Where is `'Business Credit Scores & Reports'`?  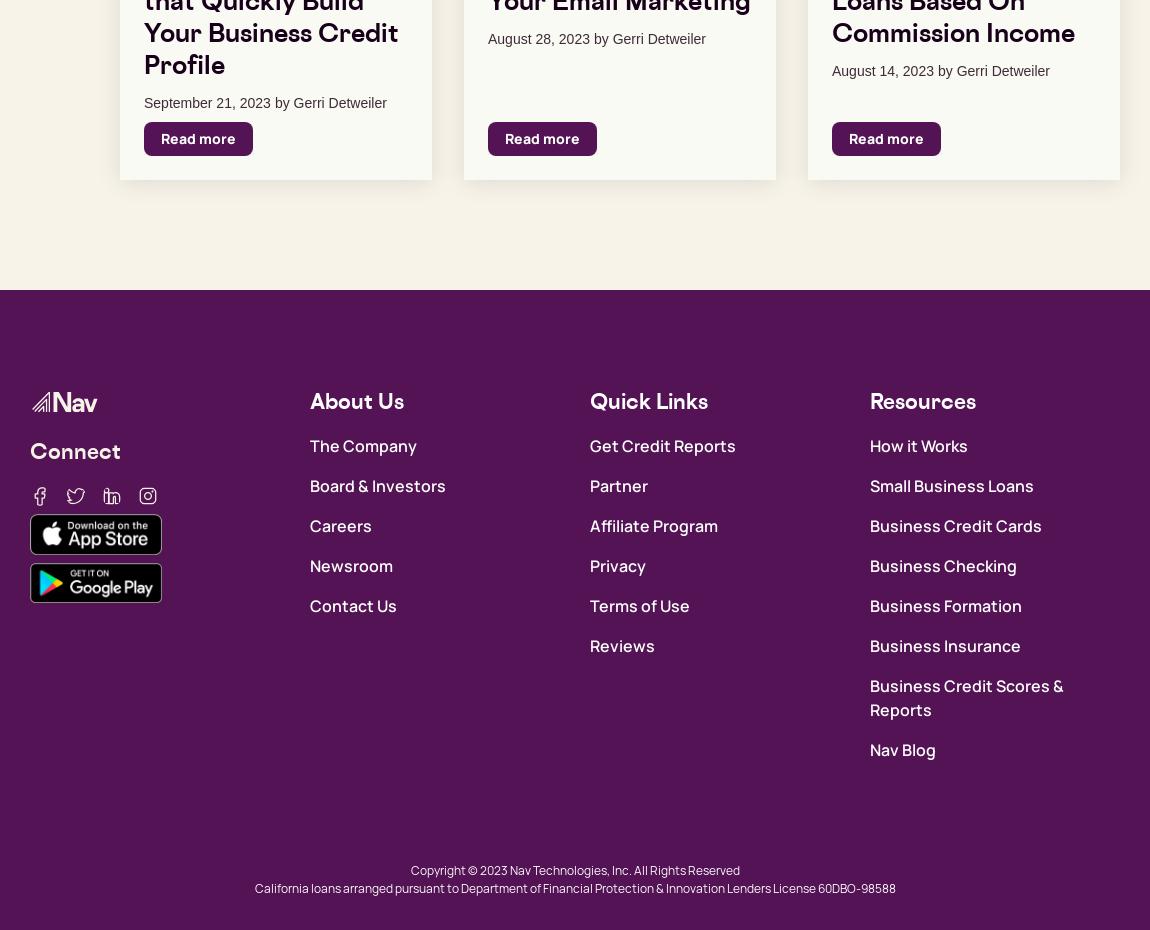
'Business Credit Scores & Reports' is located at coordinates (967, 696).